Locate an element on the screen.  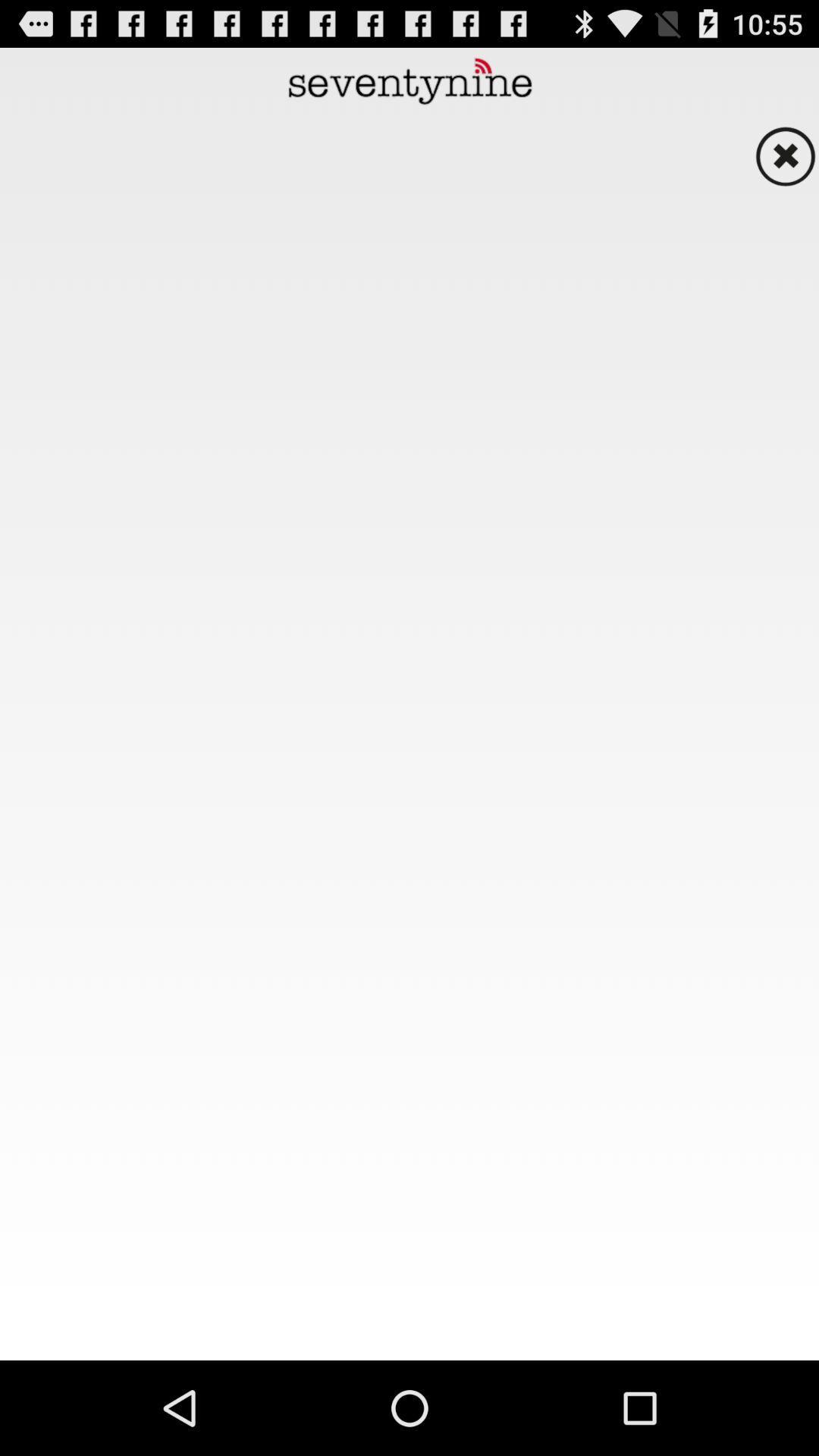
close is located at coordinates (785, 156).